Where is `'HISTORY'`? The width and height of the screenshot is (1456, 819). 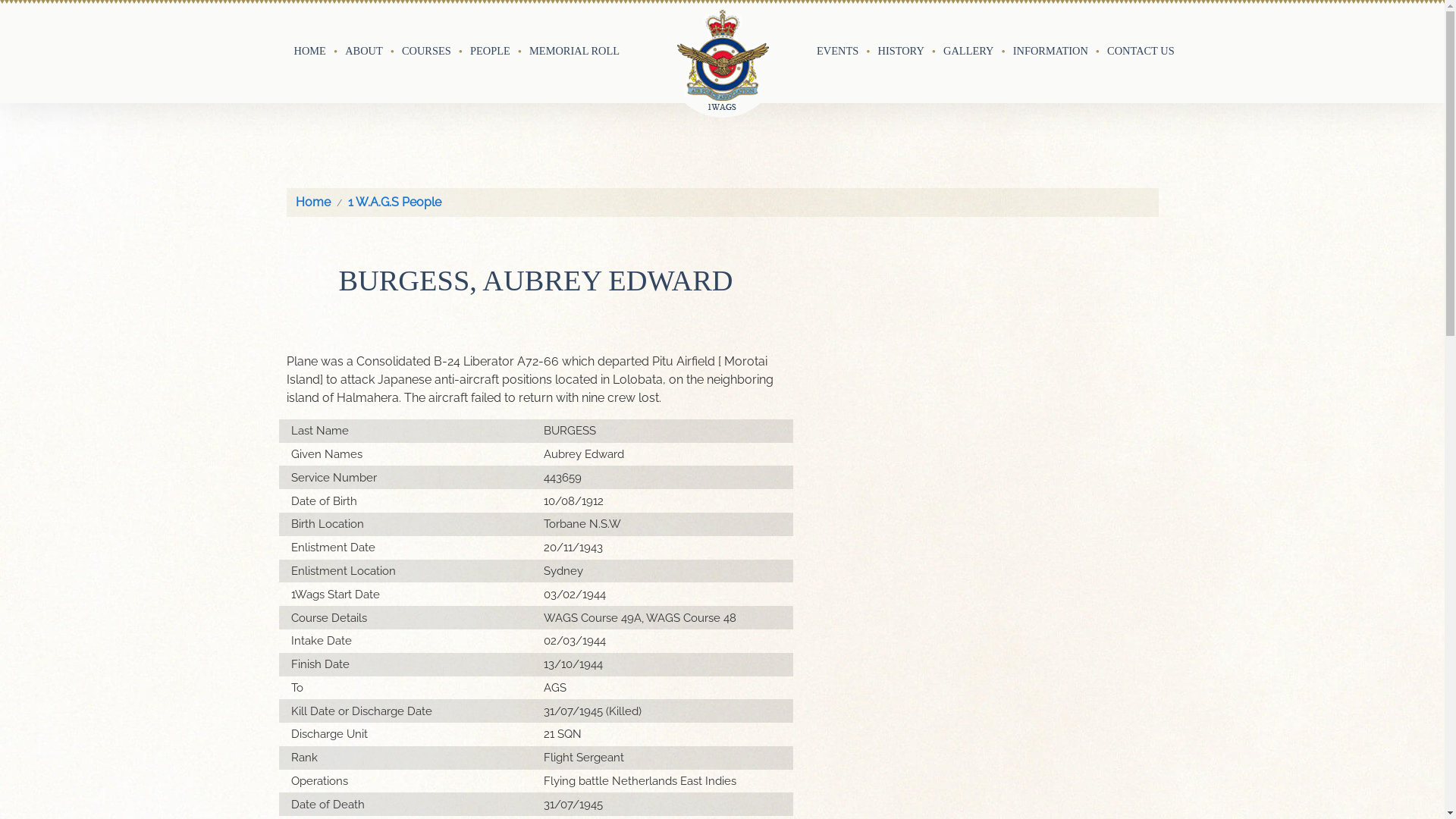
'HISTORY' is located at coordinates (901, 50).